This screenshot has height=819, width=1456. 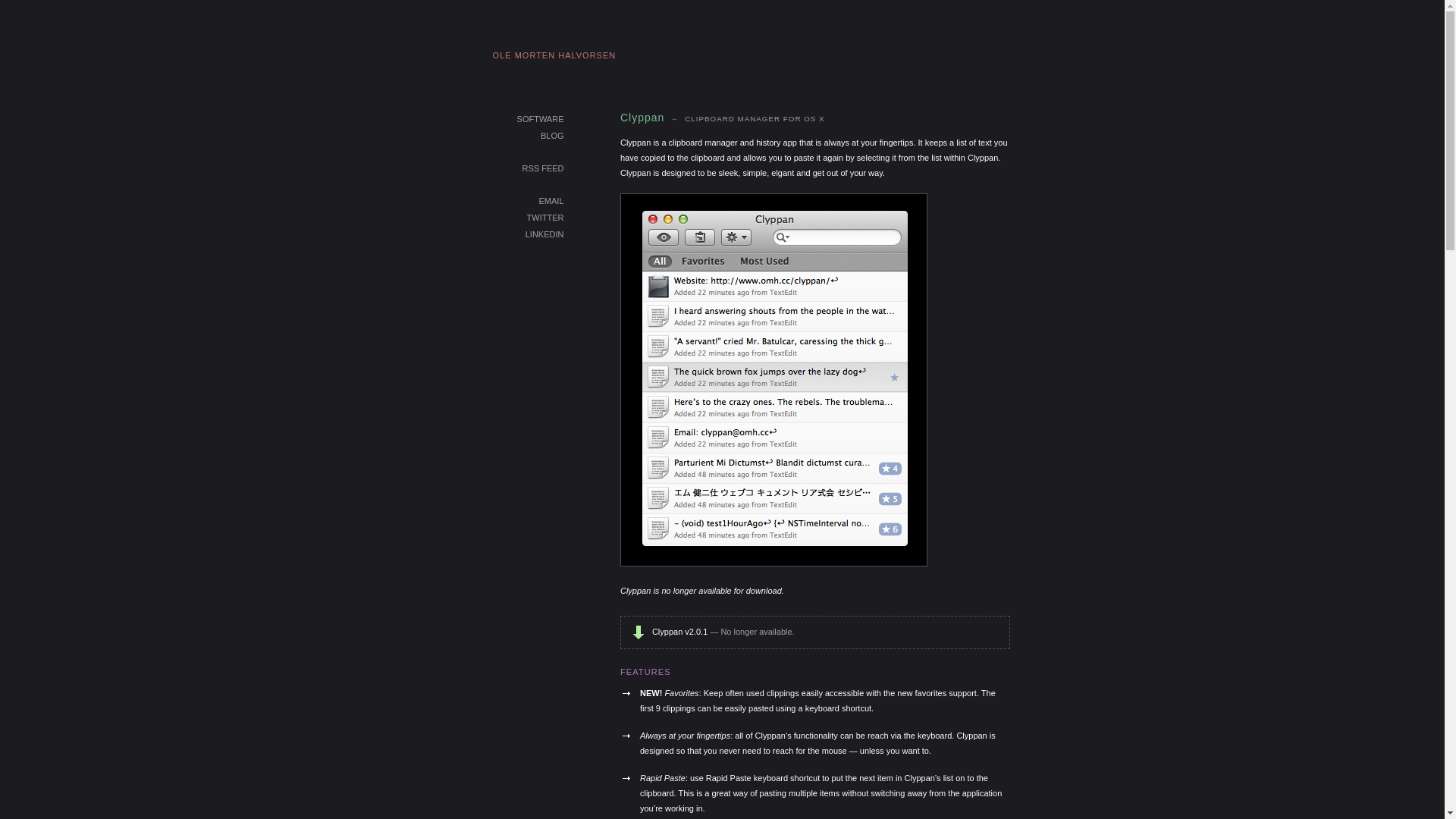 What do you see at coordinates (554, 55) in the screenshot?
I see `'OLE MORTEN HALVORSEN'` at bounding box center [554, 55].